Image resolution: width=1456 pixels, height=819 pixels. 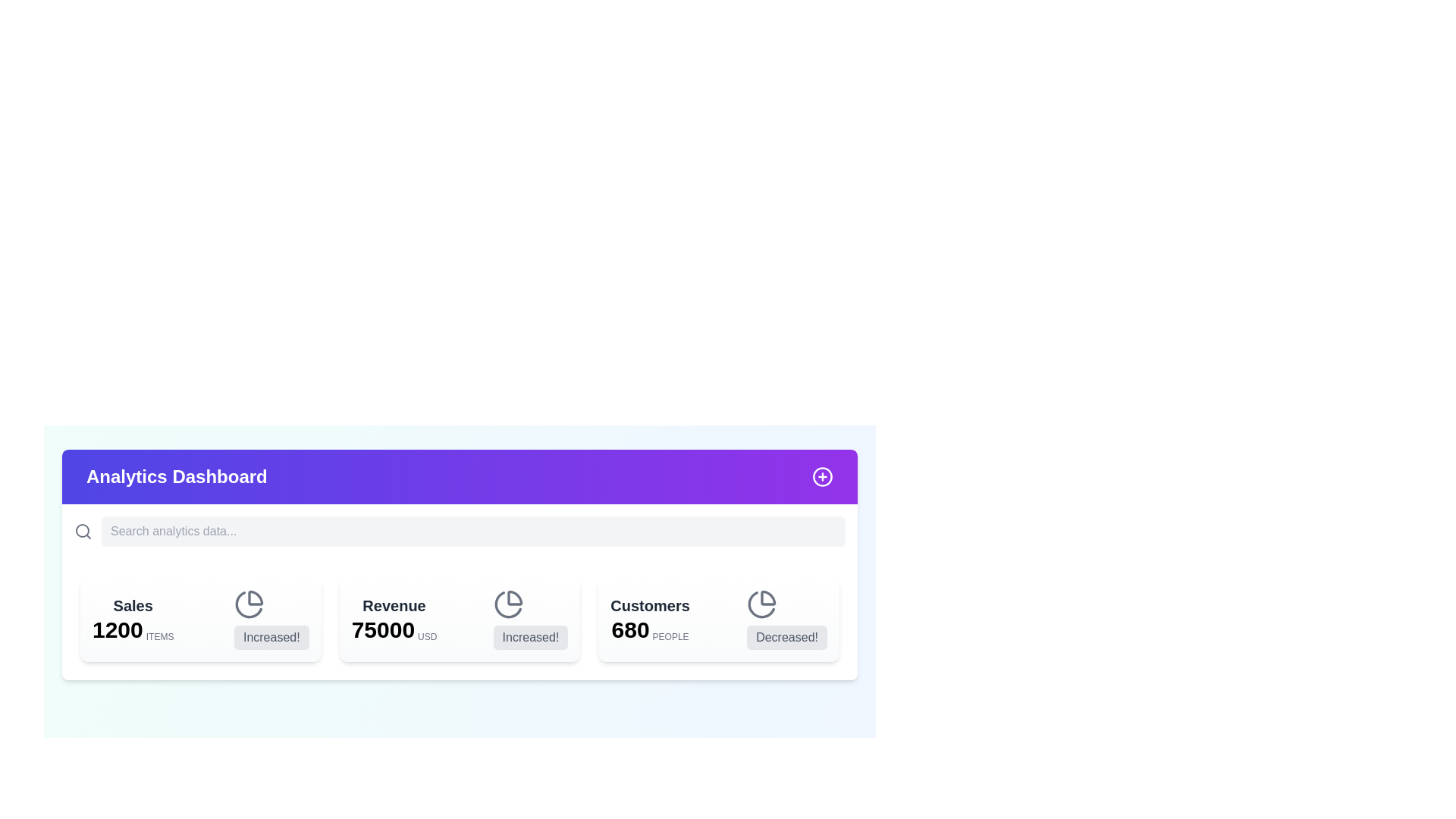 I want to click on the bold, prominent label displaying 'Customers' at the top of the metrics block on the right-most column, so click(x=650, y=604).